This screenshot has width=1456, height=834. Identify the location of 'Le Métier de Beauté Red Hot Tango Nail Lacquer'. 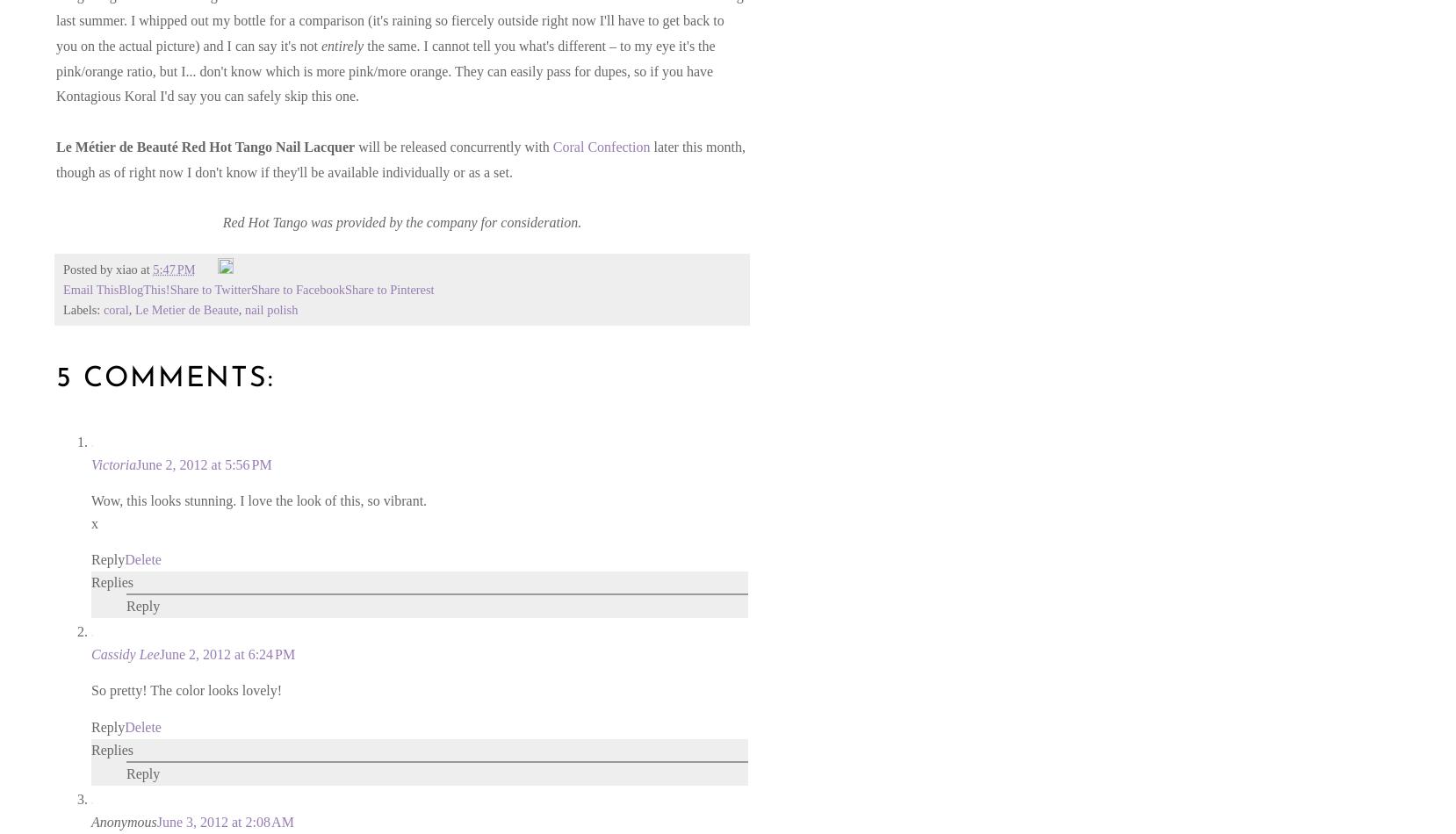
(205, 147).